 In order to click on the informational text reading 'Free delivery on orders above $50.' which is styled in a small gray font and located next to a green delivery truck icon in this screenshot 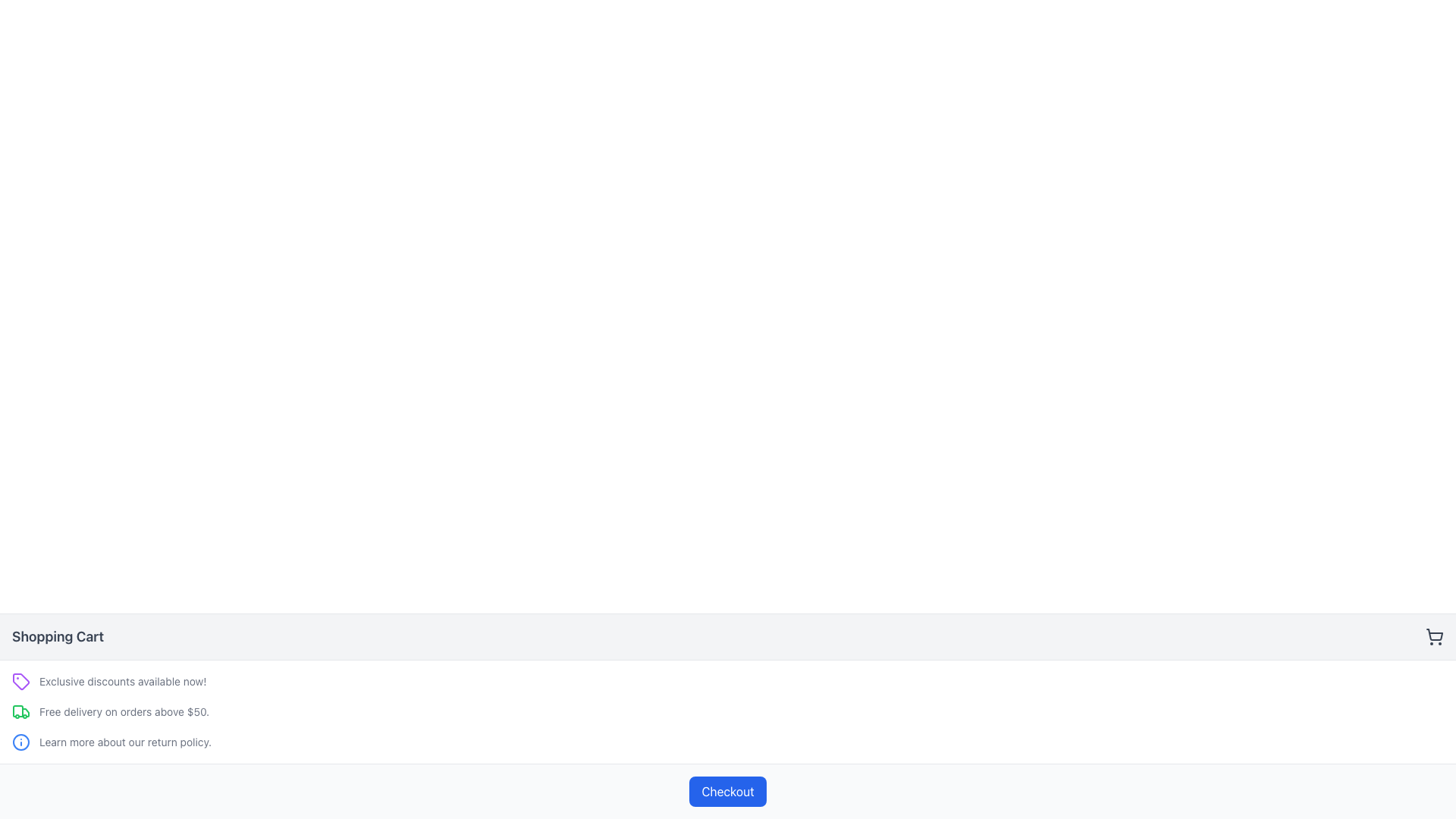, I will do `click(124, 711)`.